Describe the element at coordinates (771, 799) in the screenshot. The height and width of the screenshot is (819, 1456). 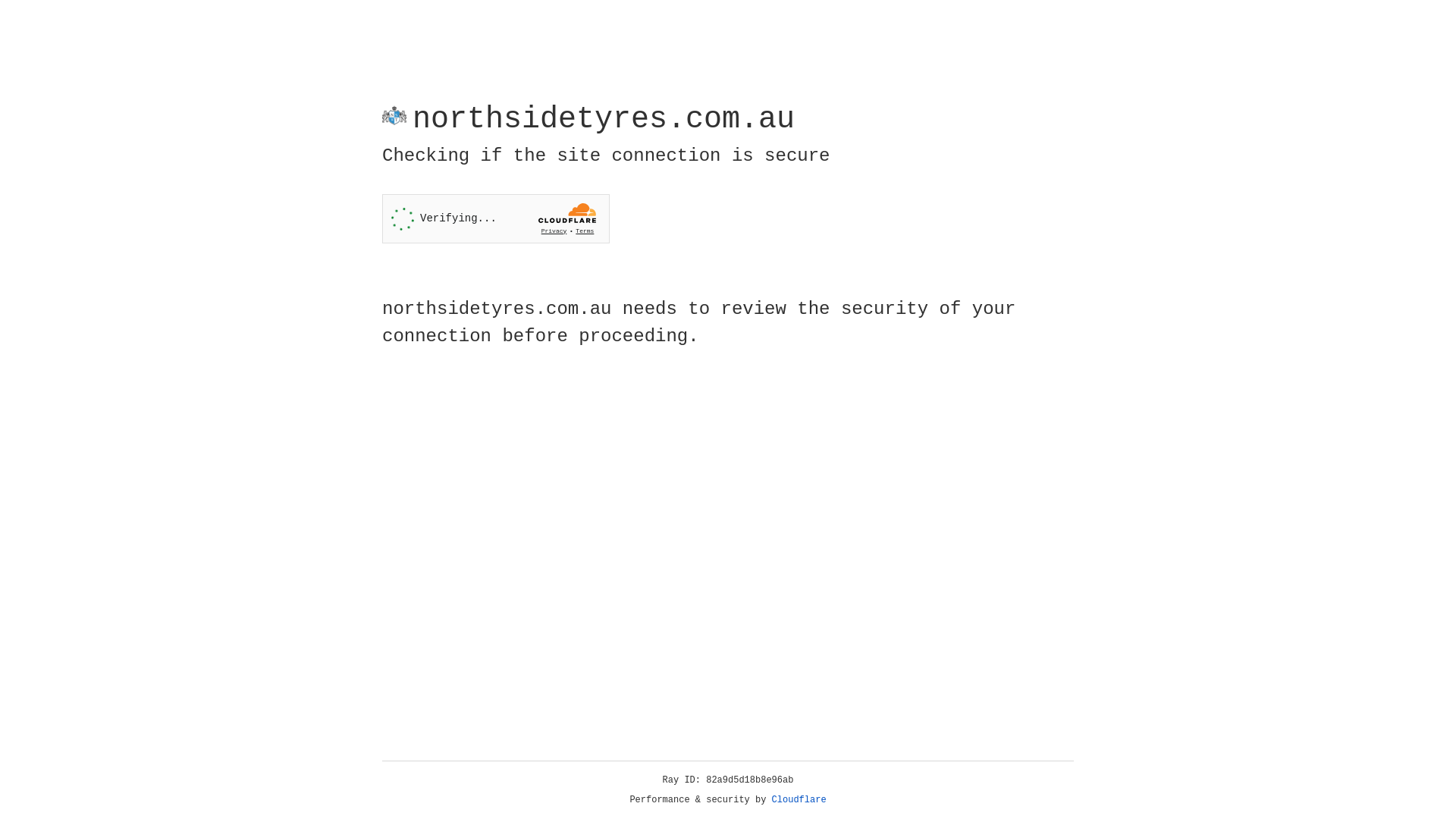
I see `'Cloudflare'` at that location.